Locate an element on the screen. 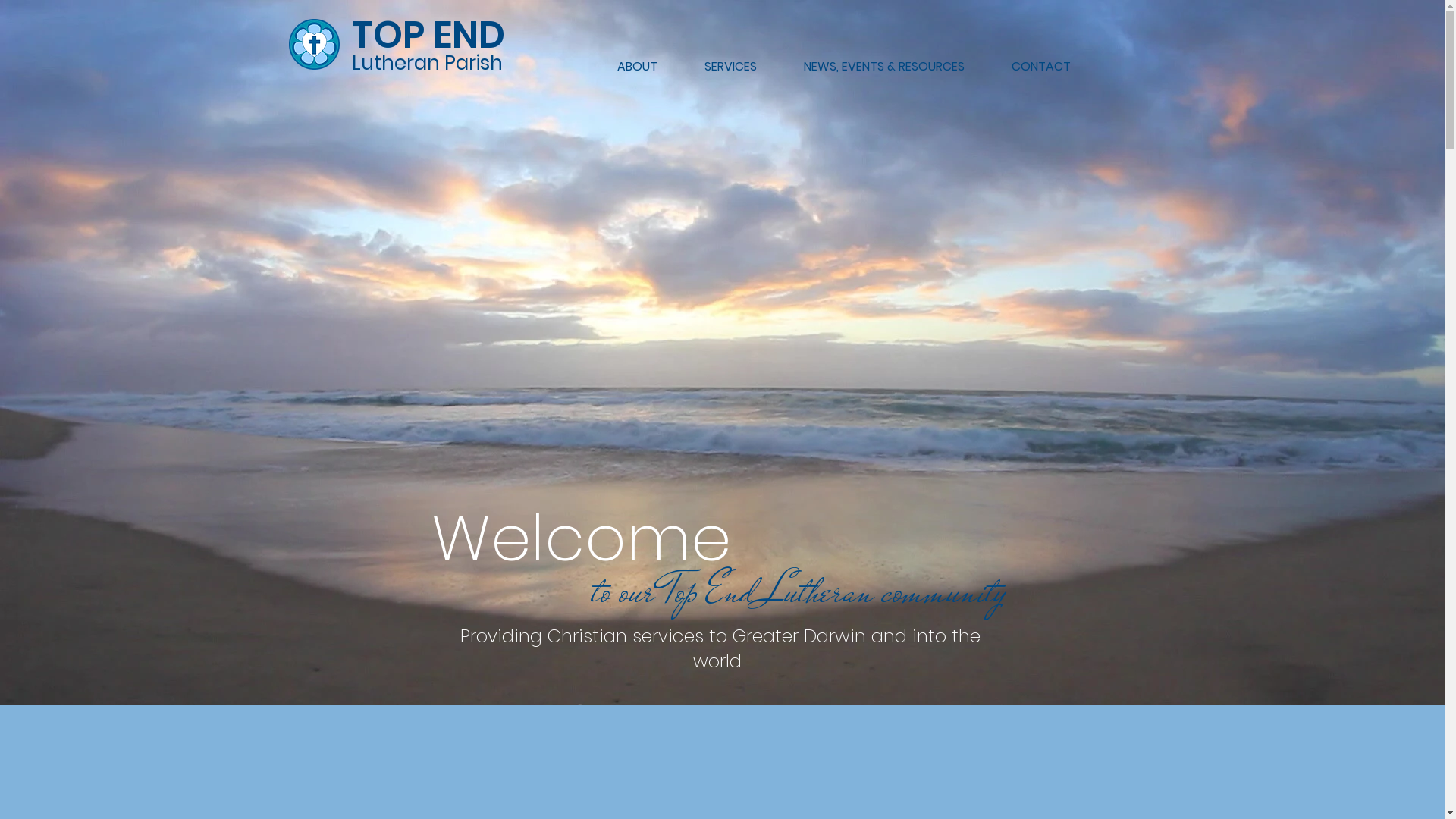  'TOP END' is located at coordinates (428, 34).